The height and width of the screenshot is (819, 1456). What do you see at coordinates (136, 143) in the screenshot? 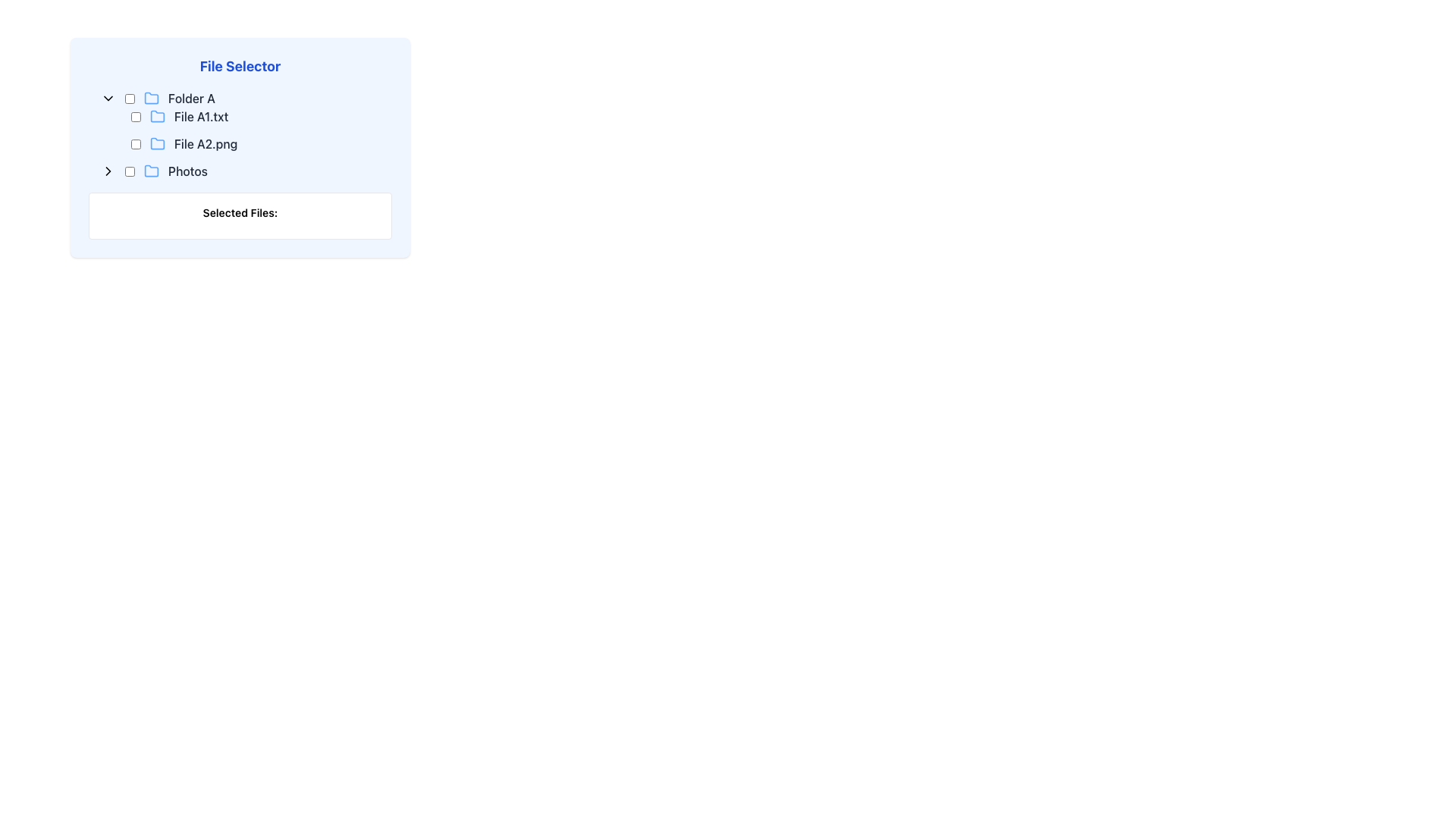
I see `the checkbox associated with 'File A2.png'` at bounding box center [136, 143].